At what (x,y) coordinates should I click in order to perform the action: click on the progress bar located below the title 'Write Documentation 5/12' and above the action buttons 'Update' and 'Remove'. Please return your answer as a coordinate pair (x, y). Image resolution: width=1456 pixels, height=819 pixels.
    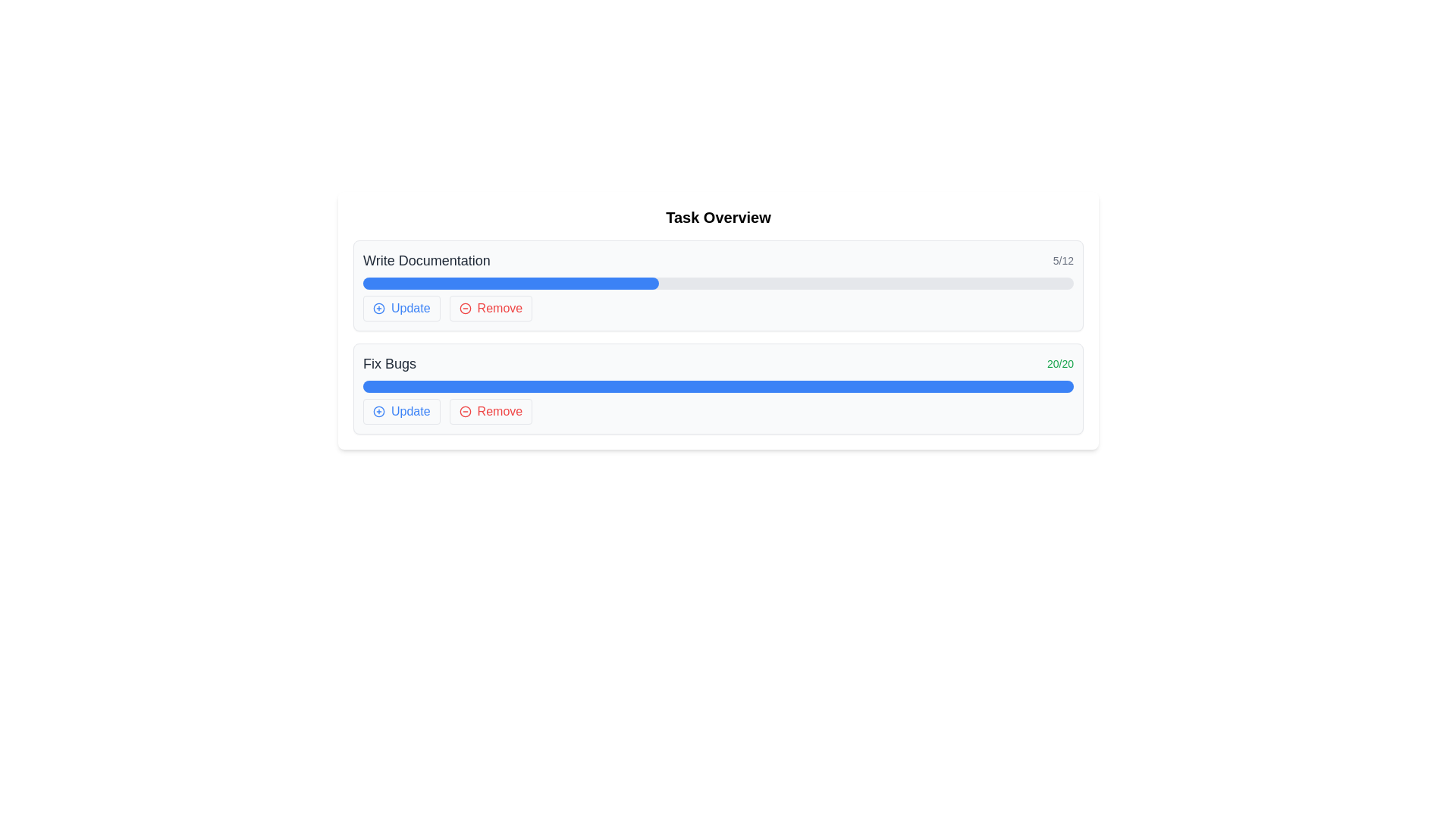
    Looking at the image, I should click on (717, 284).